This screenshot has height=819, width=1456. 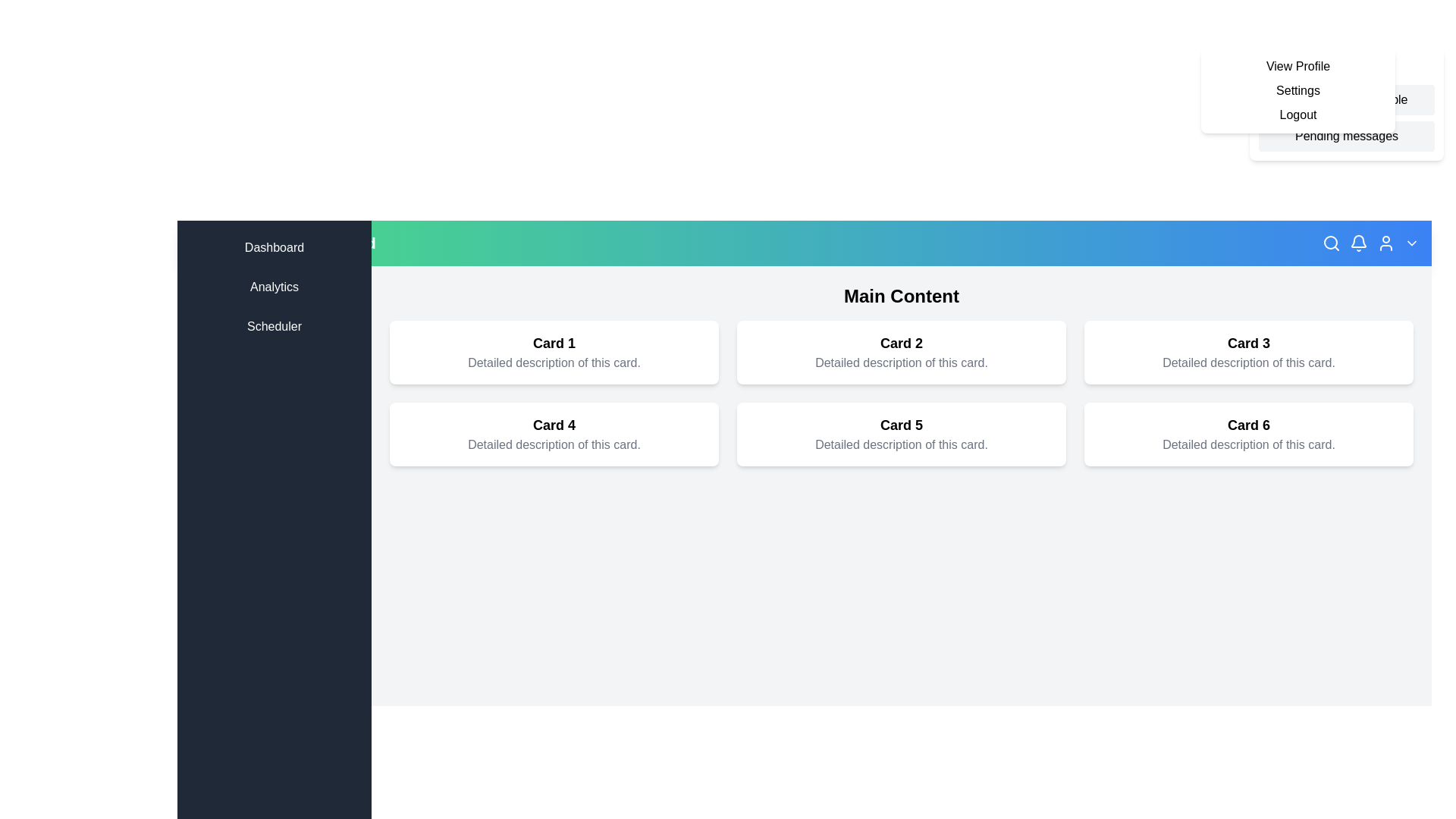 What do you see at coordinates (1248, 362) in the screenshot?
I see `the text element styled in gray, reading 'Detailed description of this card,' located beneath the title 'Card 3' in the top-right card of the grid layout` at bounding box center [1248, 362].